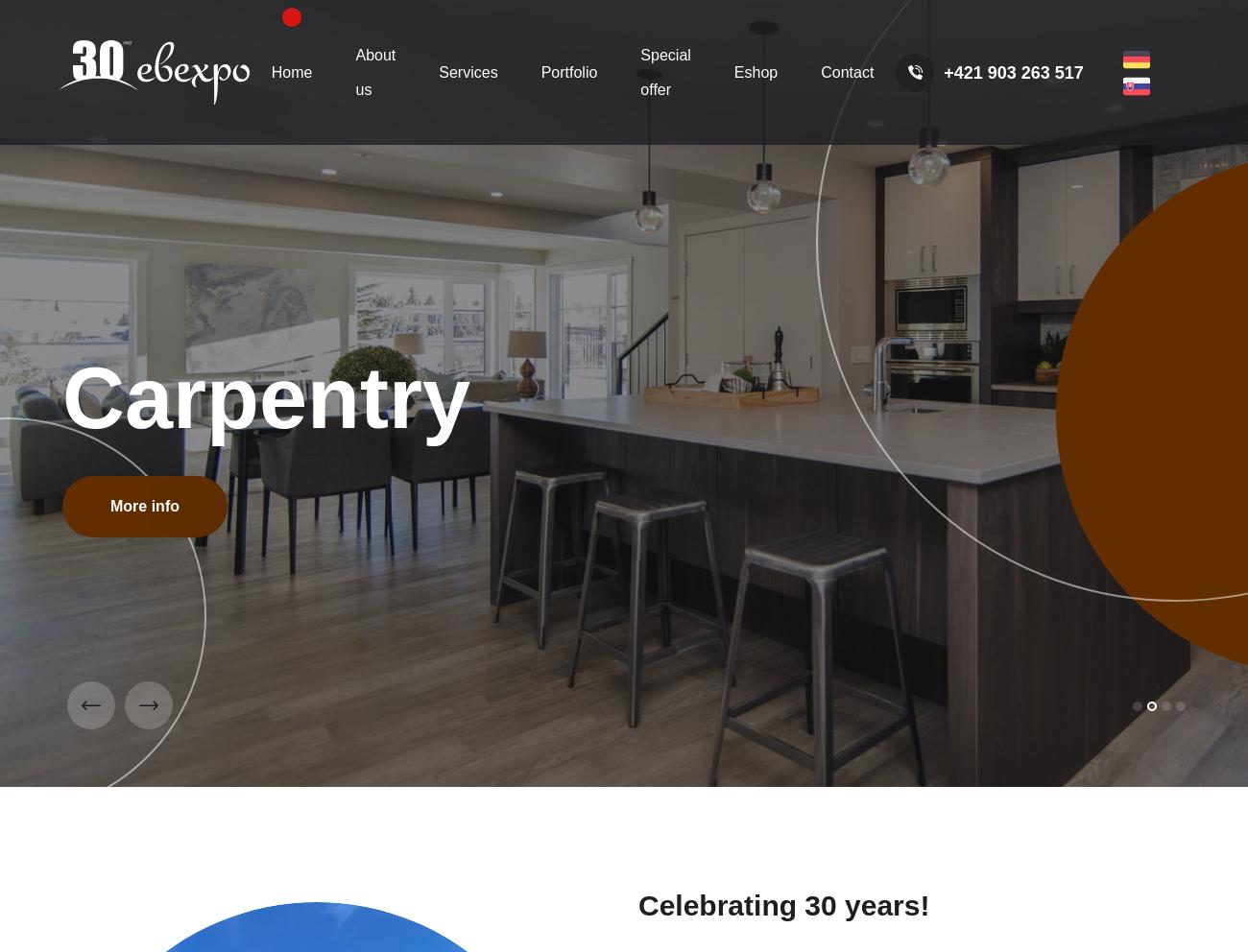  Describe the element at coordinates (623, 59) in the screenshot. I see `'Senec'` at that location.